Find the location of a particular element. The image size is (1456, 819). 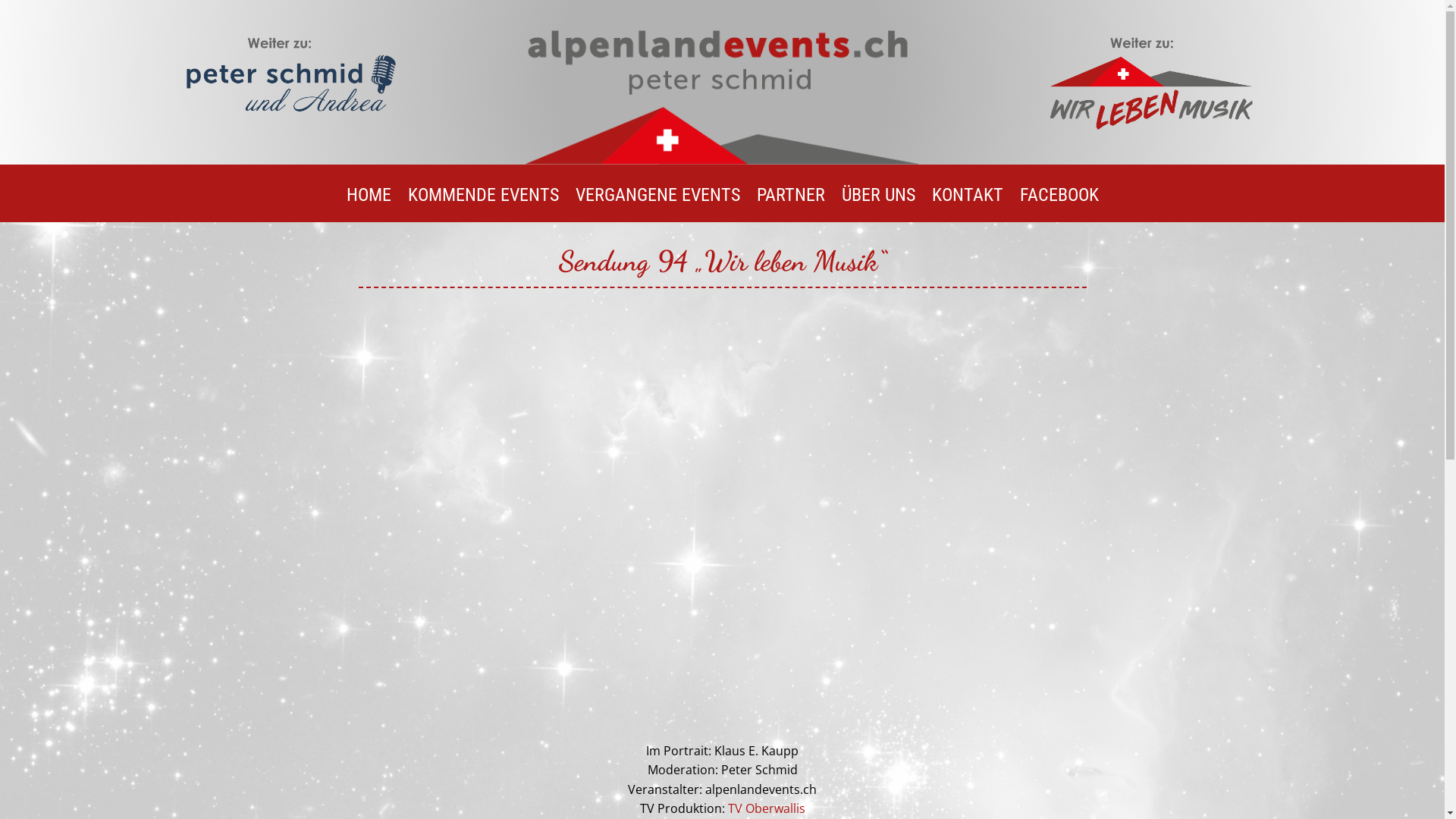

'TV Oberwallis' is located at coordinates (767, 807).